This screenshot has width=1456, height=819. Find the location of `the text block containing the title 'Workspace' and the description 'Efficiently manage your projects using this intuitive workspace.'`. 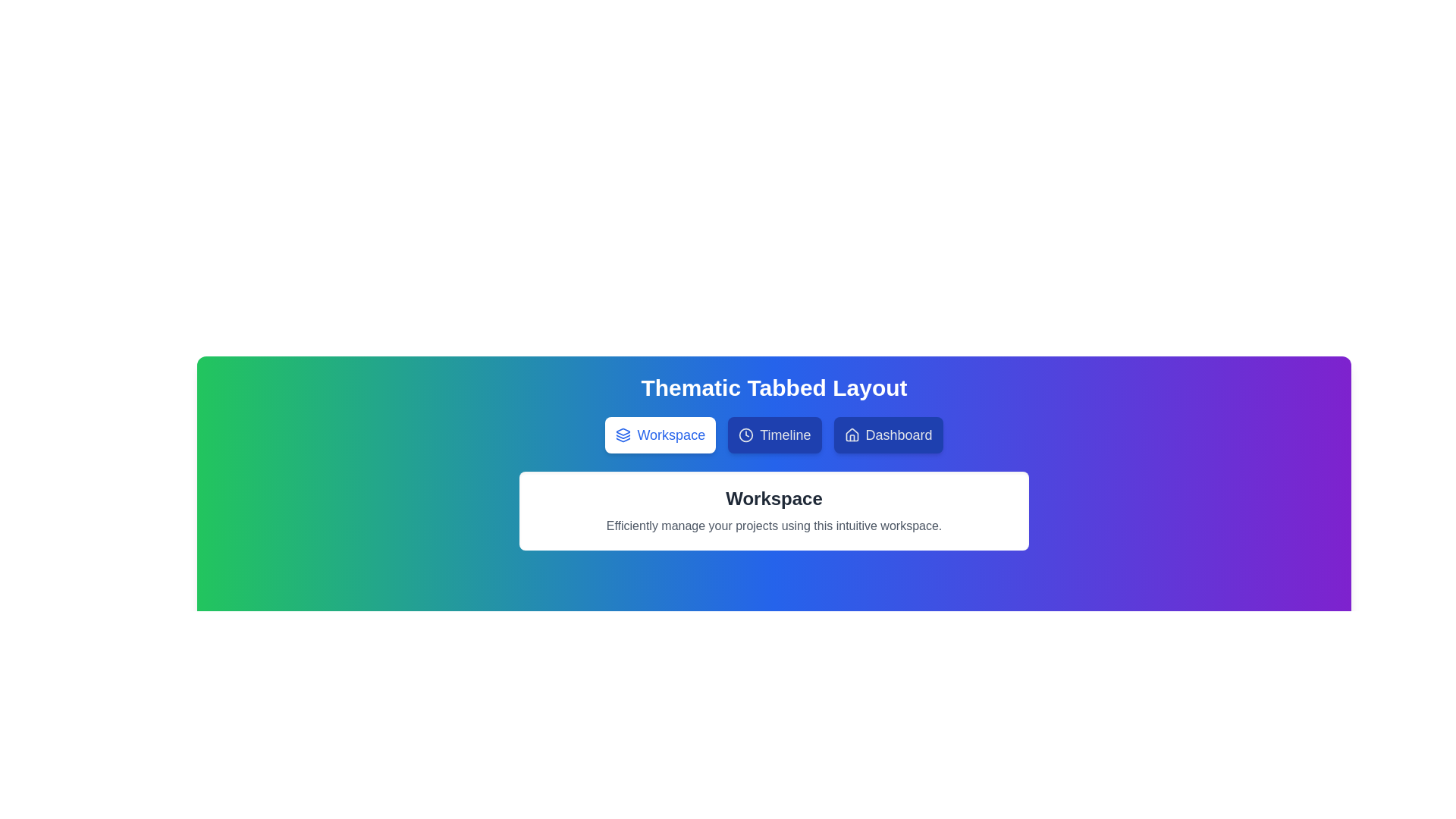

the text block containing the title 'Workspace' and the description 'Efficiently manage your projects using this intuitive workspace.' is located at coordinates (774, 511).